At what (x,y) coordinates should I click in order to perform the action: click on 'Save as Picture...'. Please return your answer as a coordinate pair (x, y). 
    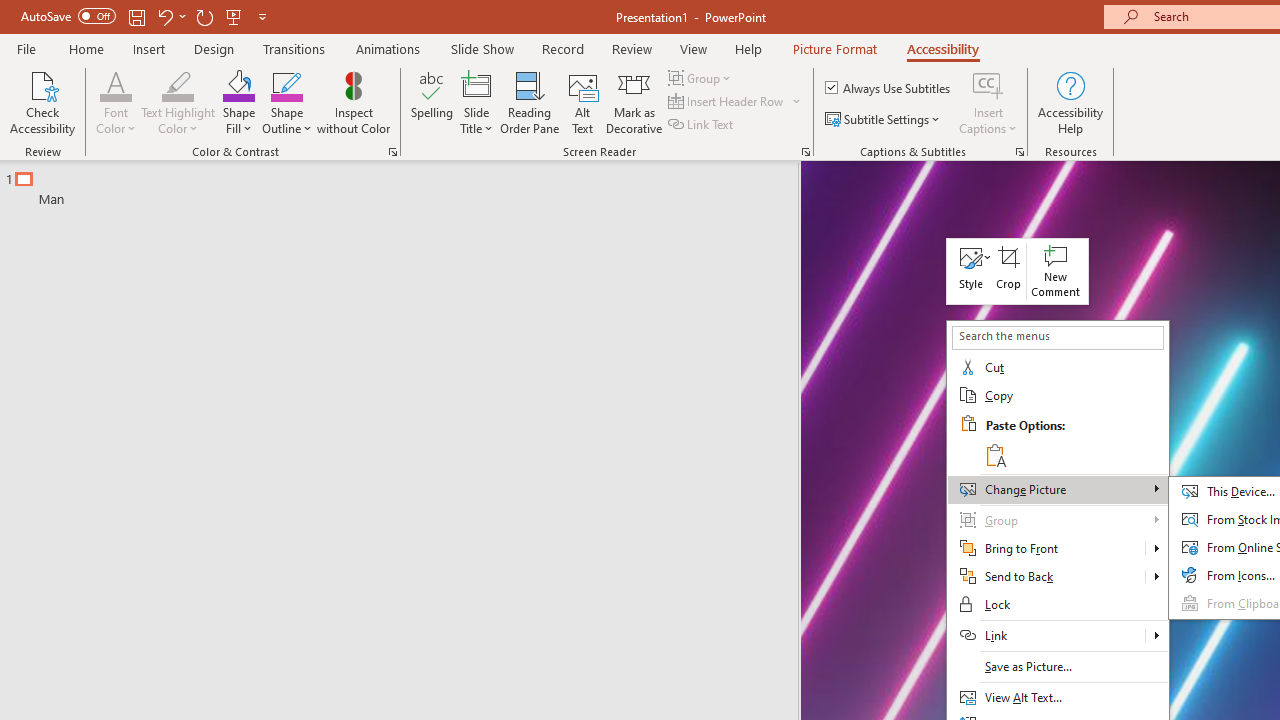
    Looking at the image, I should click on (1056, 667).